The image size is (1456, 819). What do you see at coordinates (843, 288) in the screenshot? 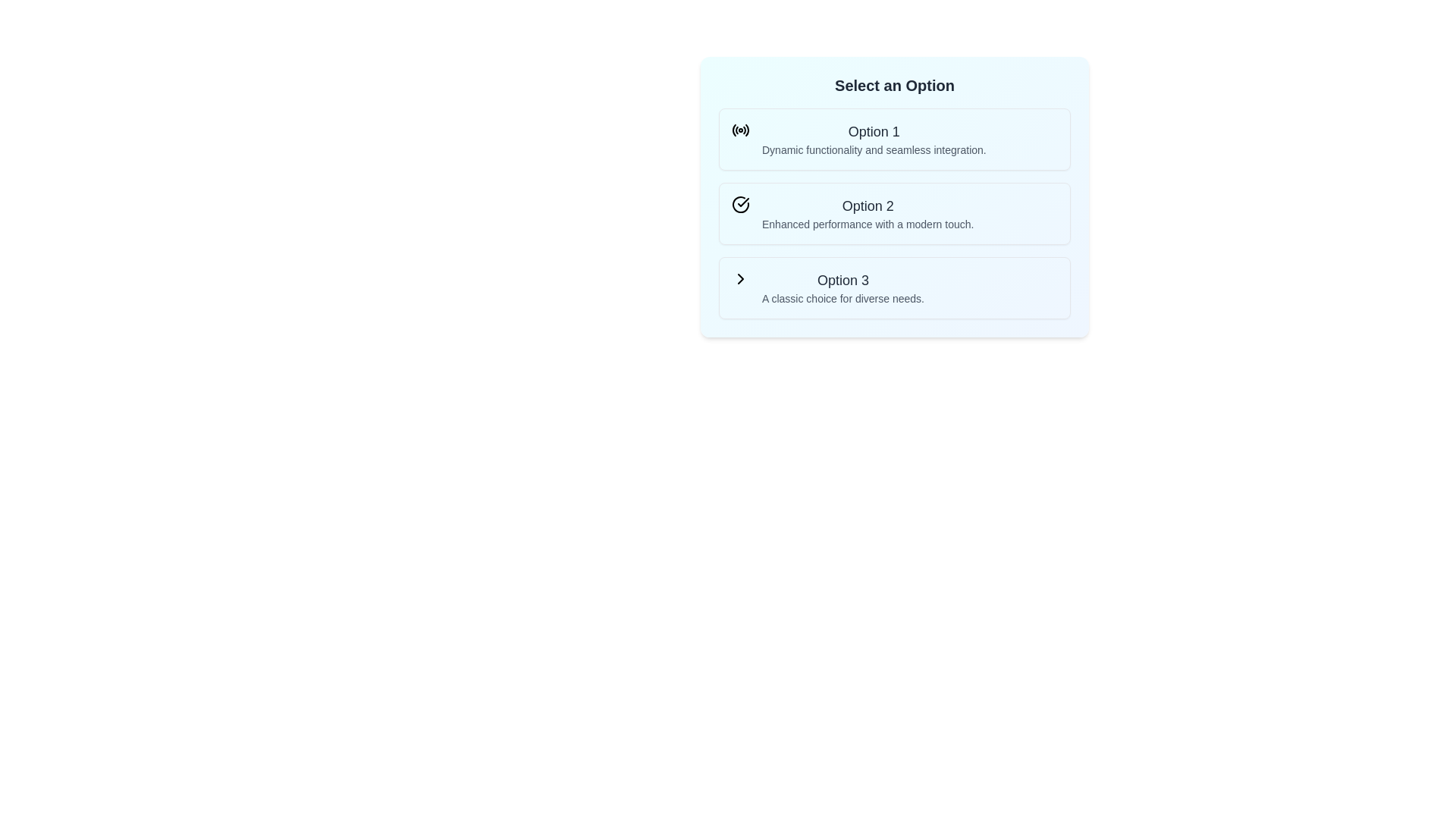
I see `the text element labeled 'Option 3', which features a bold header and a descriptive line, positioned in the third spot of a vertically stacked list` at bounding box center [843, 288].